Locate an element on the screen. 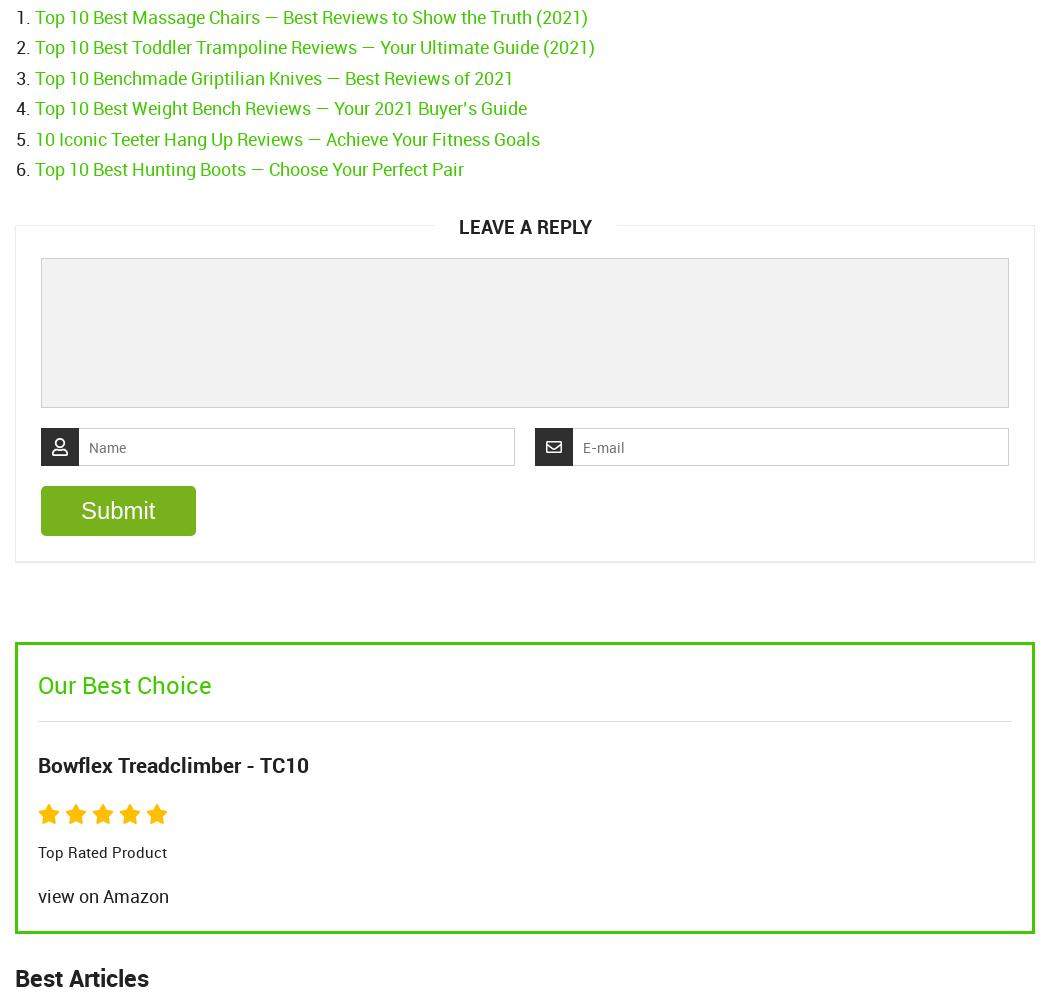 Image resolution: width=1050 pixels, height=1008 pixels. 'Top 10 Best Massage Chairs — Best Reviews to Show the Truth (2021)' is located at coordinates (311, 16).